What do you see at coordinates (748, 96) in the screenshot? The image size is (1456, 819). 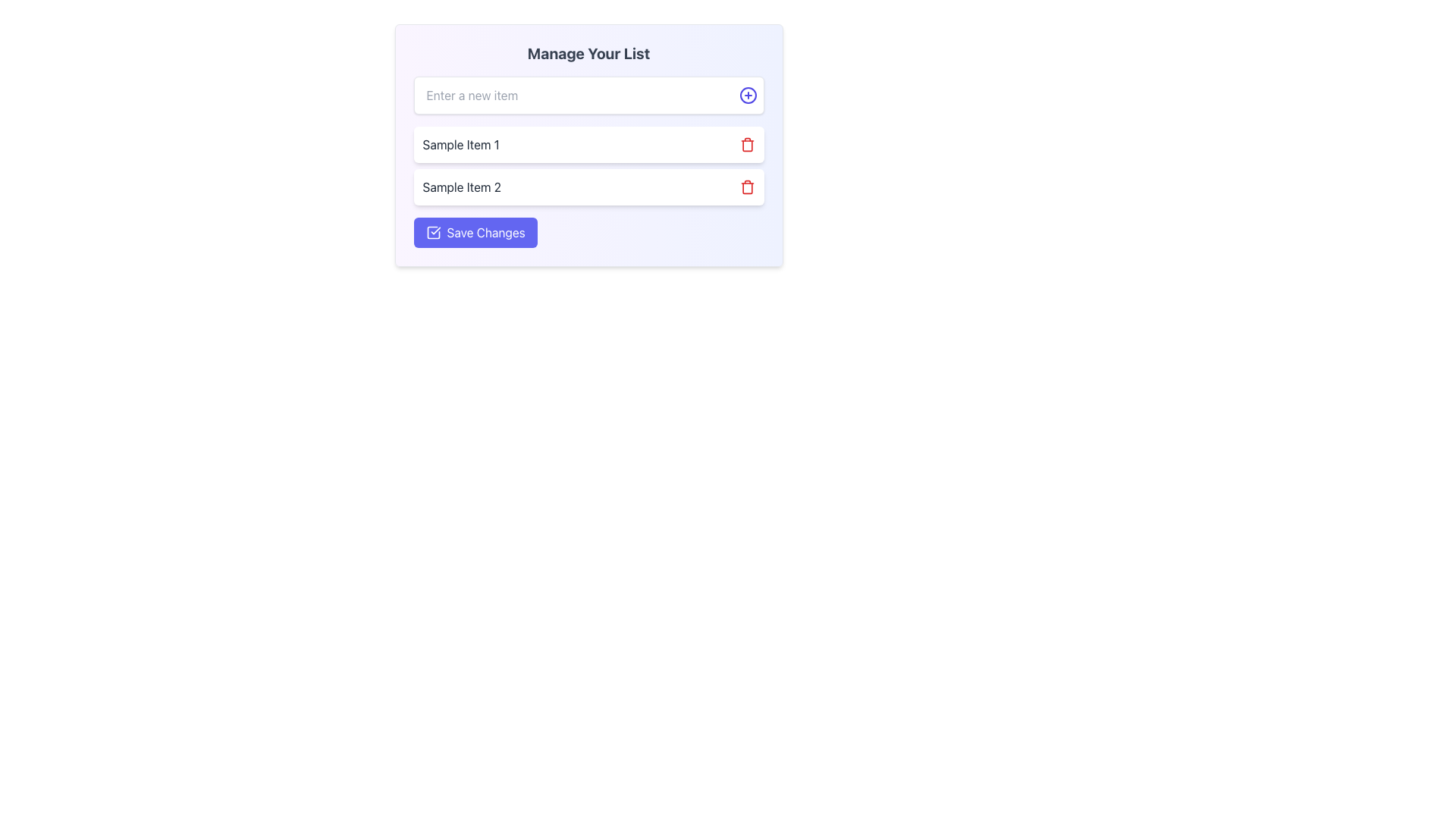 I see `the button located on the right edge of the text input field labeled 'Enter a new item'` at bounding box center [748, 96].